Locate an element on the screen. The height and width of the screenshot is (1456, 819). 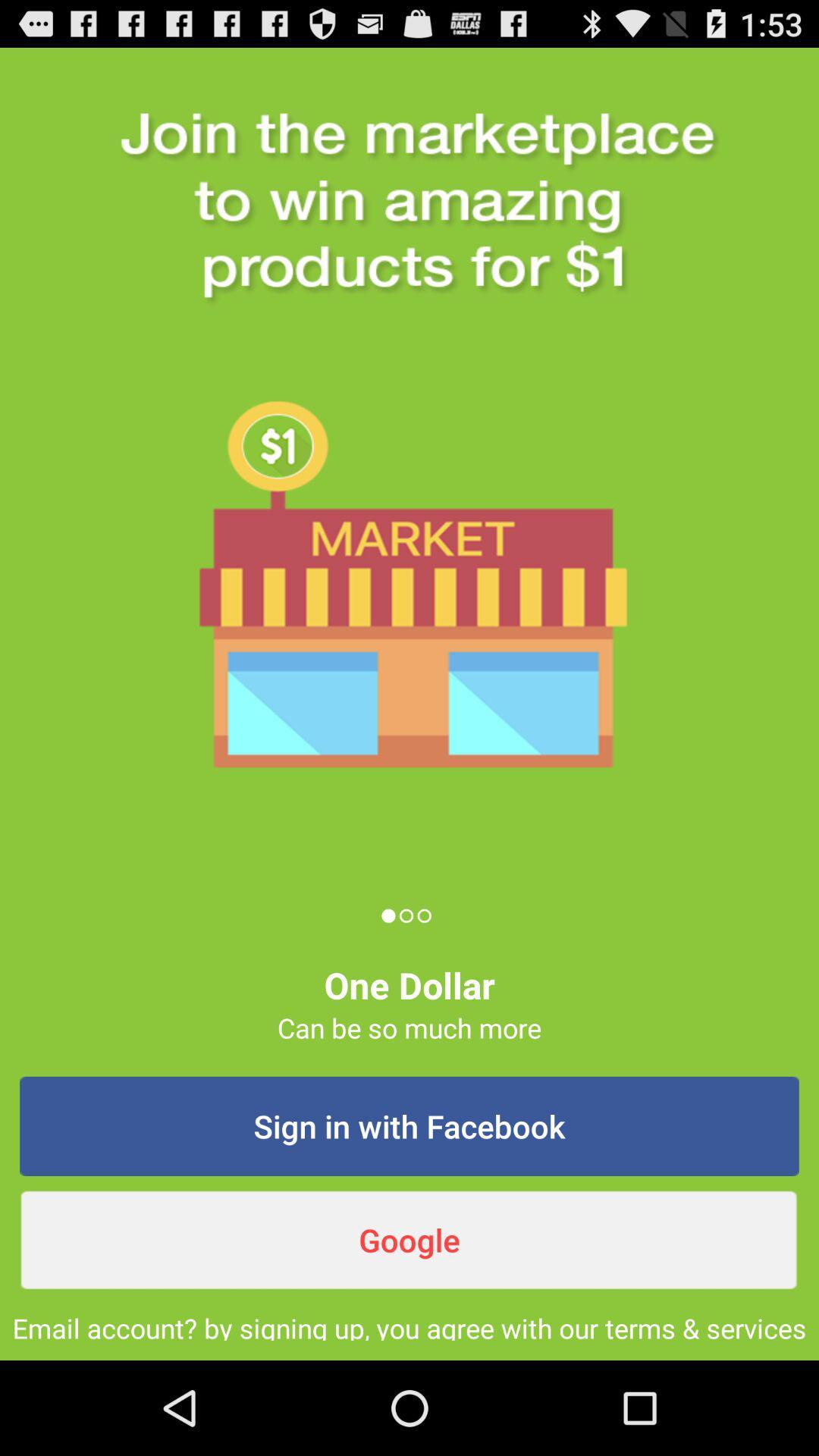
sign in with icon is located at coordinates (409, 1126).